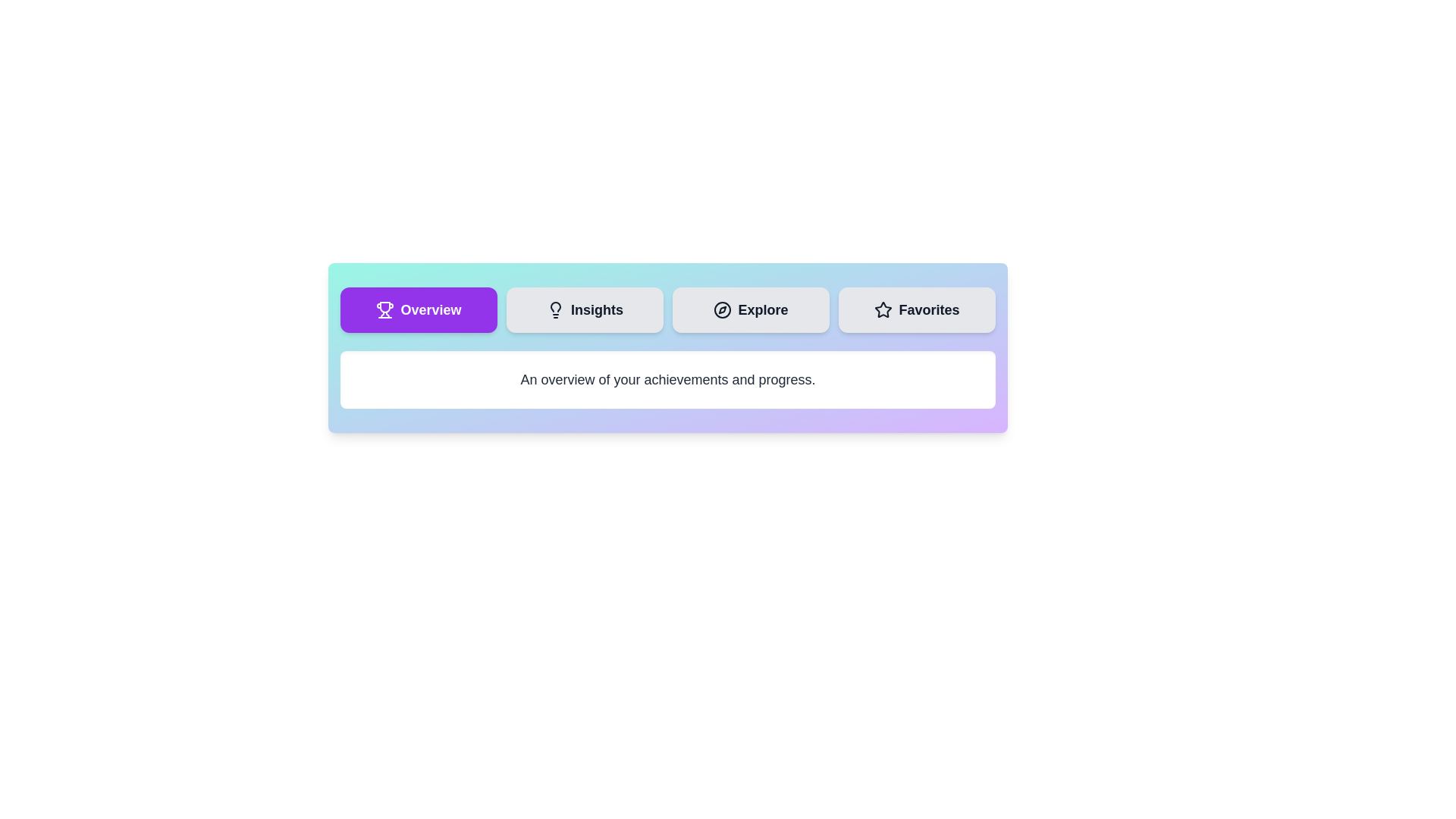 The height and width of the screenshot is (819, 1456). What do you see at coordinates (584, 309) in the screenshot?
I see `the Insights tab to view its content` at bounding box center [584, 309].